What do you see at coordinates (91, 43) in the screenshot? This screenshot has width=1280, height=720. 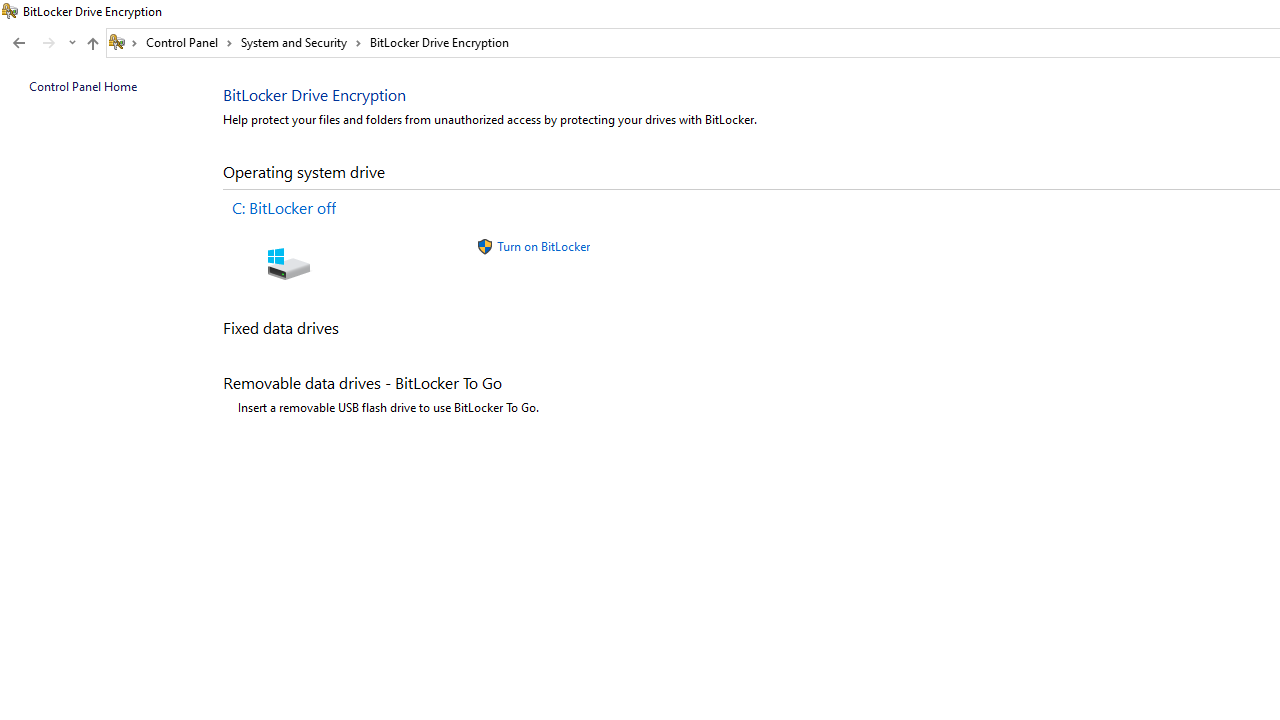 I see `'Up to "System and Security" (Alt + Up Arrow)'` at bounding box center [91, 43].